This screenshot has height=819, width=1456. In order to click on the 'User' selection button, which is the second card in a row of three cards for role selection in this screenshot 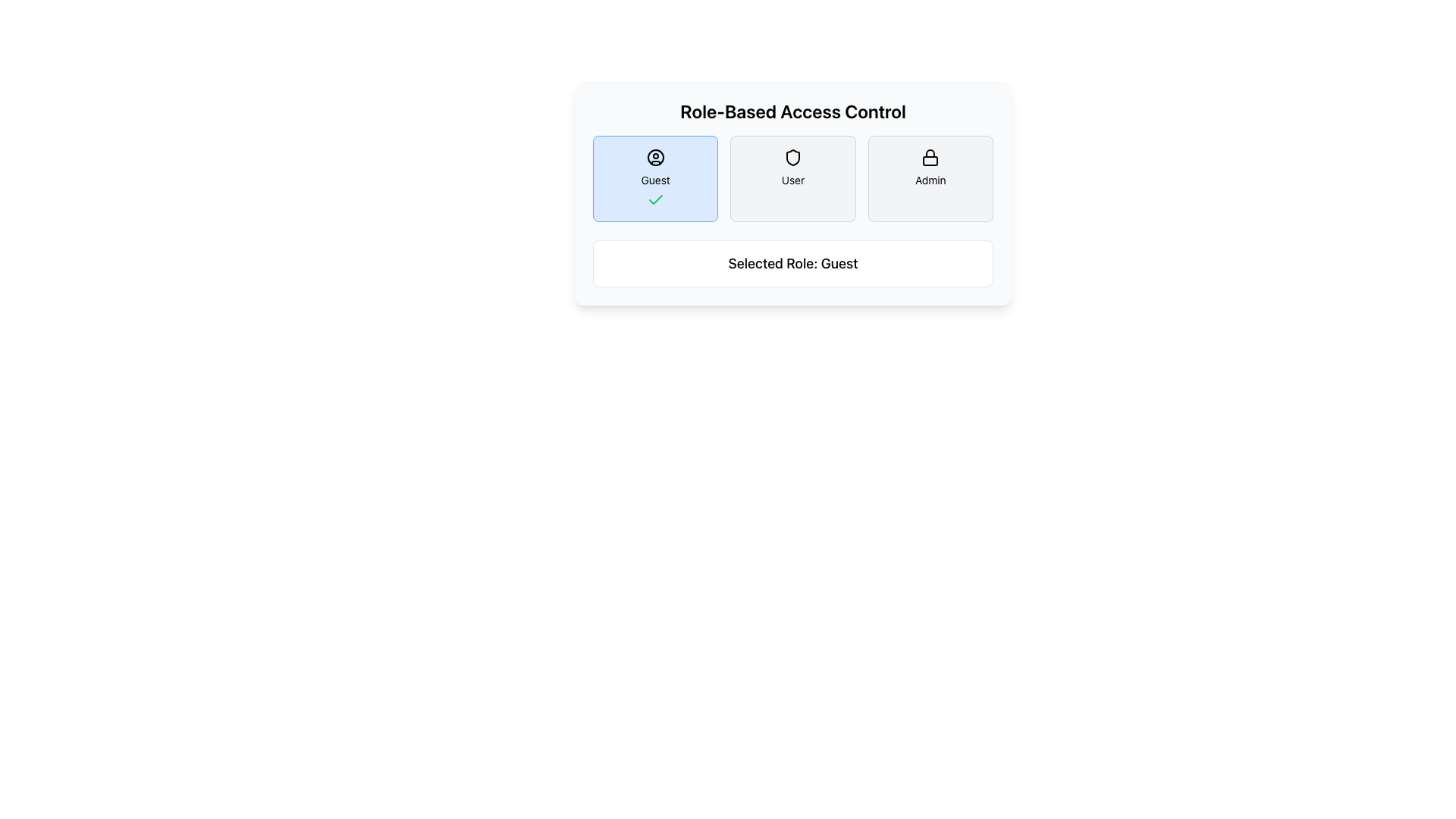, I will do `click(792, 177)`.